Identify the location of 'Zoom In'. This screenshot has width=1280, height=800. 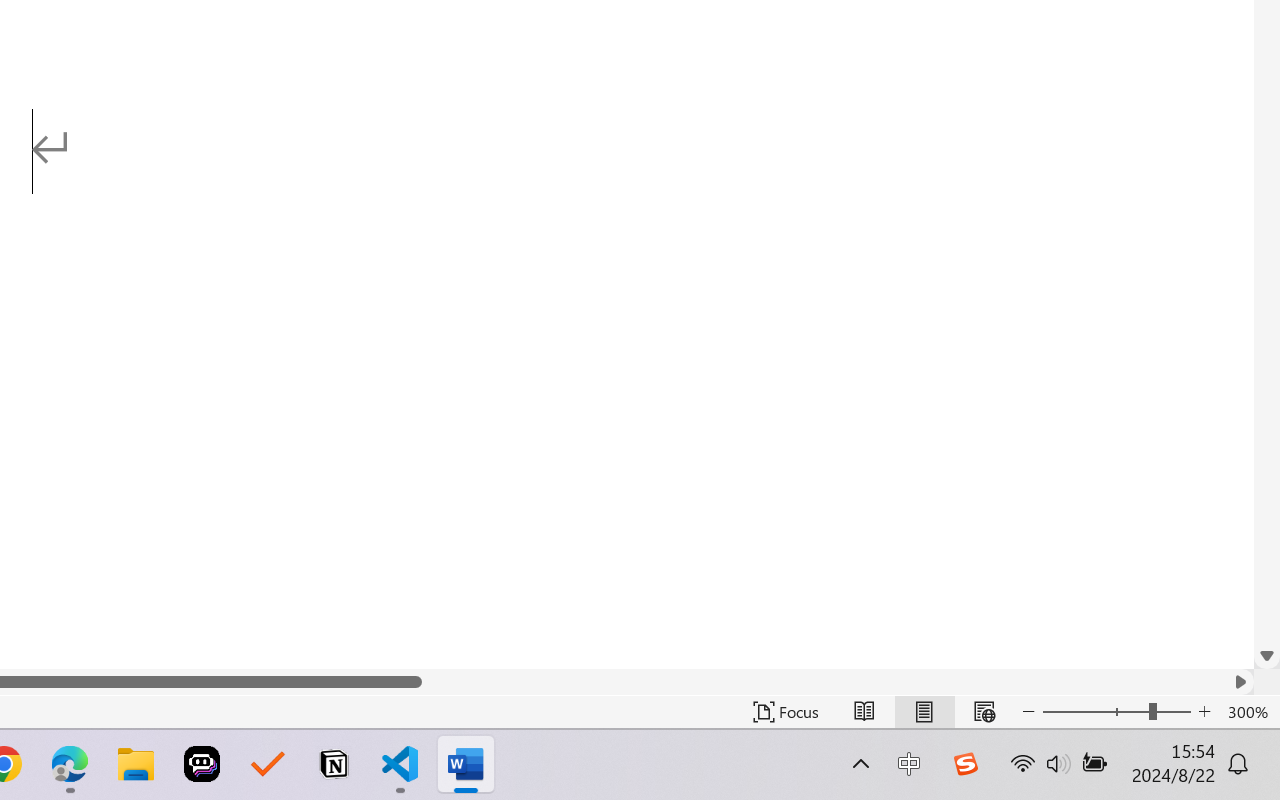
(1204, 711).